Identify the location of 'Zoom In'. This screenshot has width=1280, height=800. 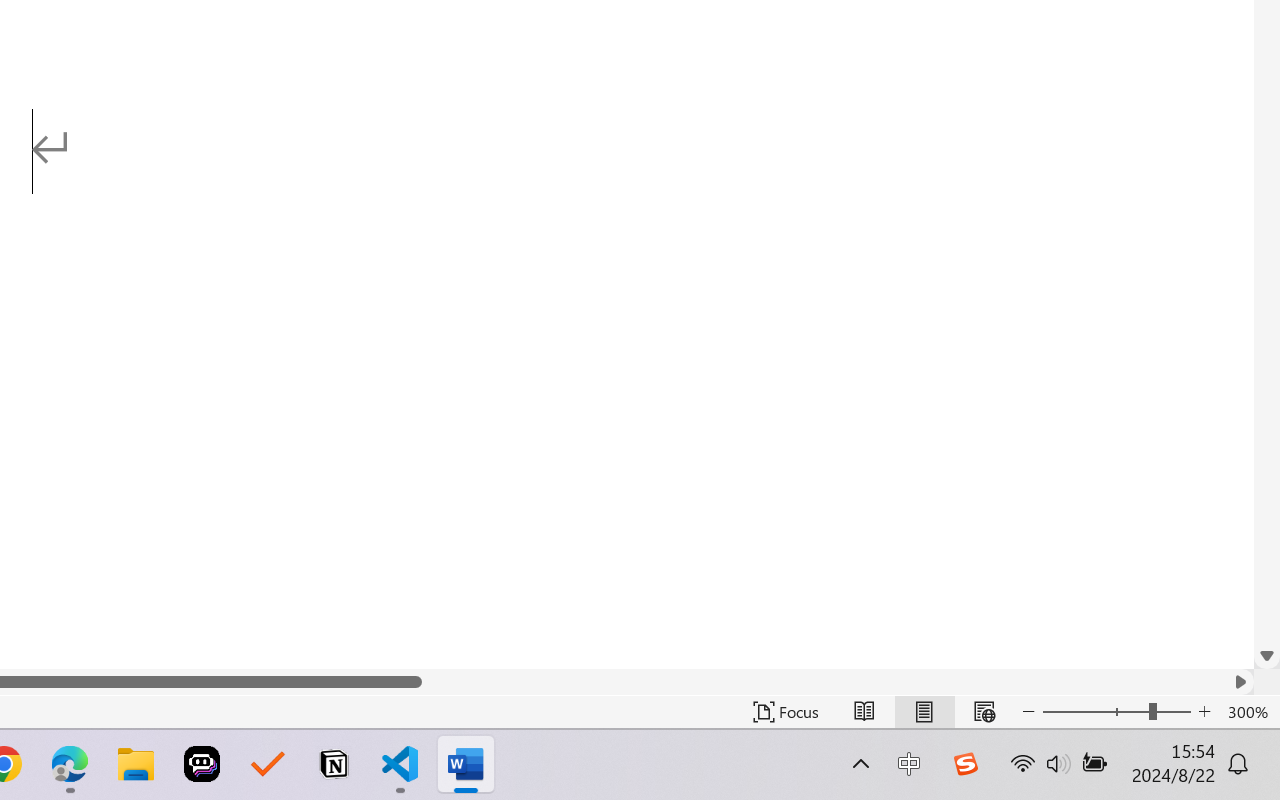
(1204, 711).